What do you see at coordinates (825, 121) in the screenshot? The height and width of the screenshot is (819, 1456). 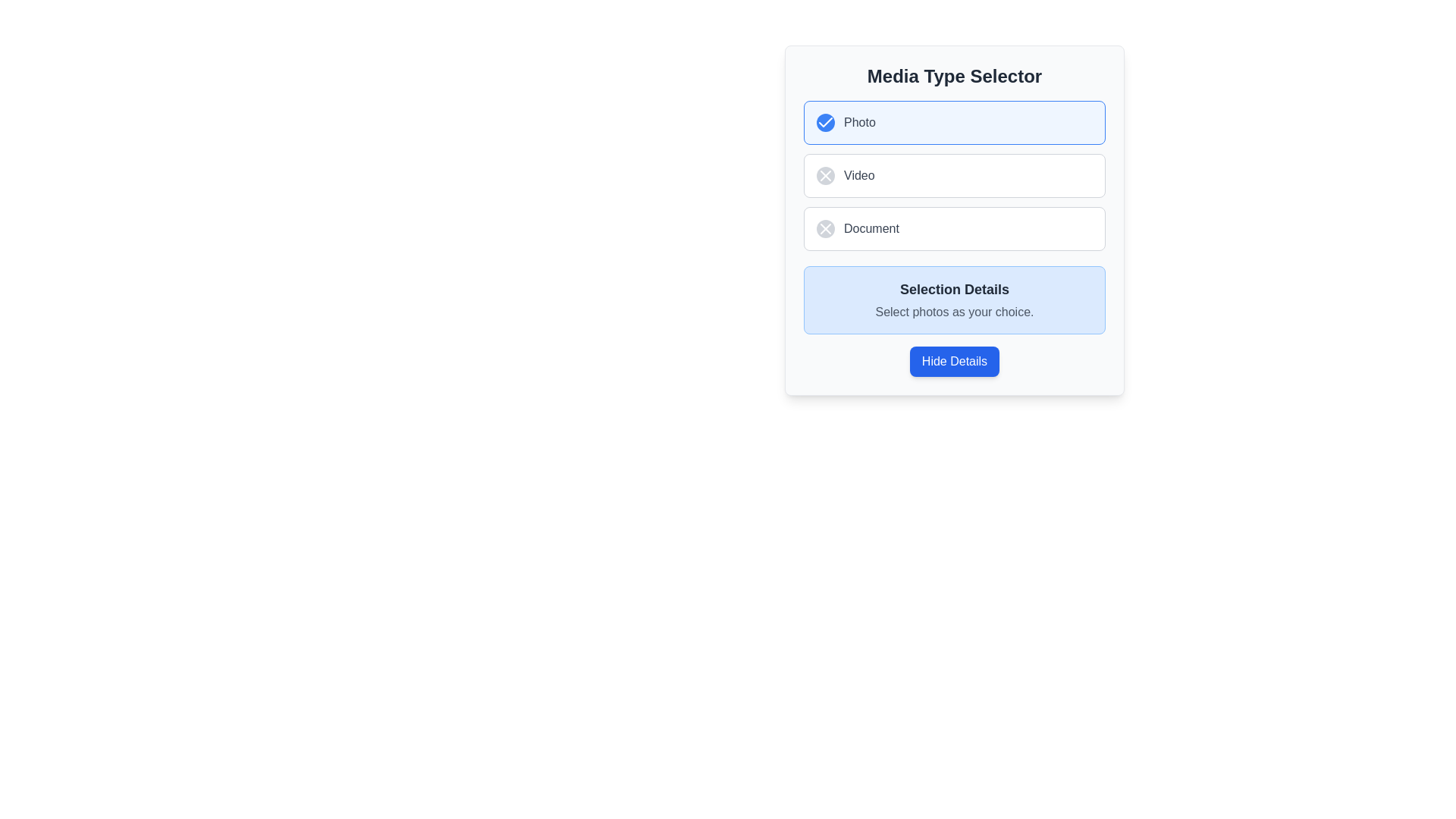 I see `the 'Photo' media type selection icon, which indicates that the 'Photo' media type is currently selected` at bounding box center [825, 121].